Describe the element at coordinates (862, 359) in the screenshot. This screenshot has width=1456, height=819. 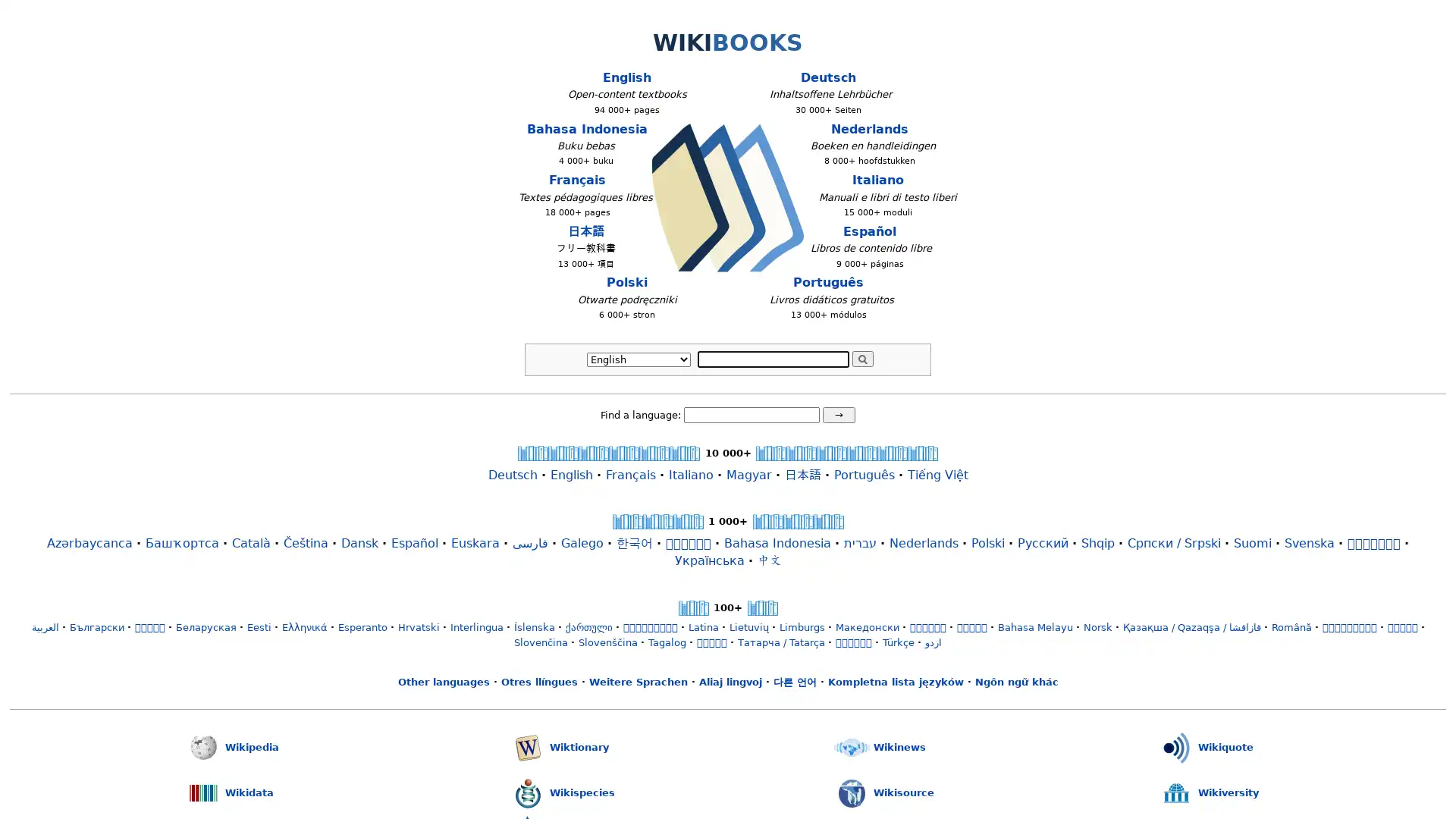
I see `Search` at that location.